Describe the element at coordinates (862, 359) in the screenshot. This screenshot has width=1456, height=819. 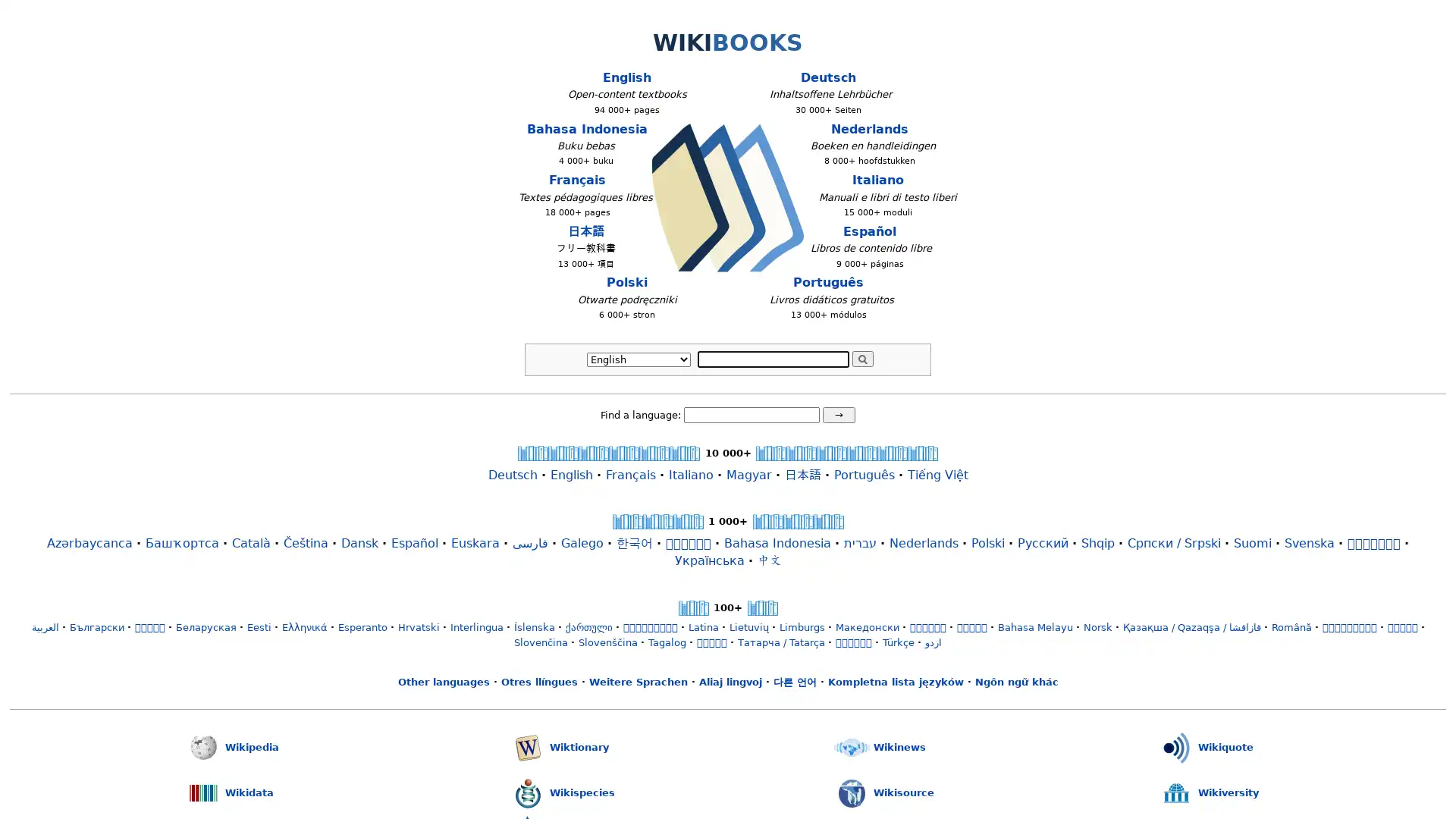
I see `Search` at that location.